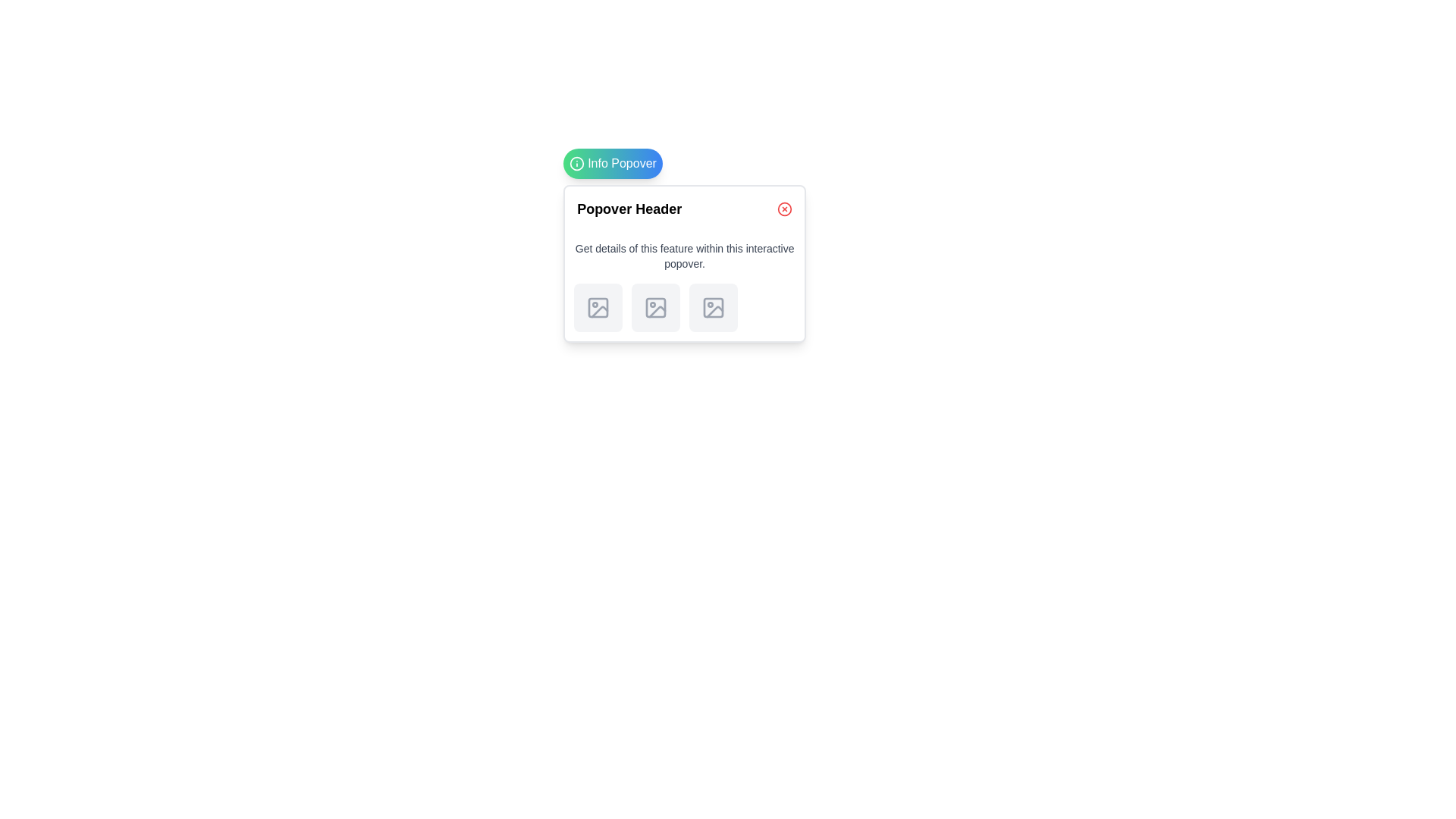  What do you see at coordinates (613, 164) in the screenshot?
I see `the interactive button or information label located at the top-left corner of the popover box` at bounding box center [613, 164].